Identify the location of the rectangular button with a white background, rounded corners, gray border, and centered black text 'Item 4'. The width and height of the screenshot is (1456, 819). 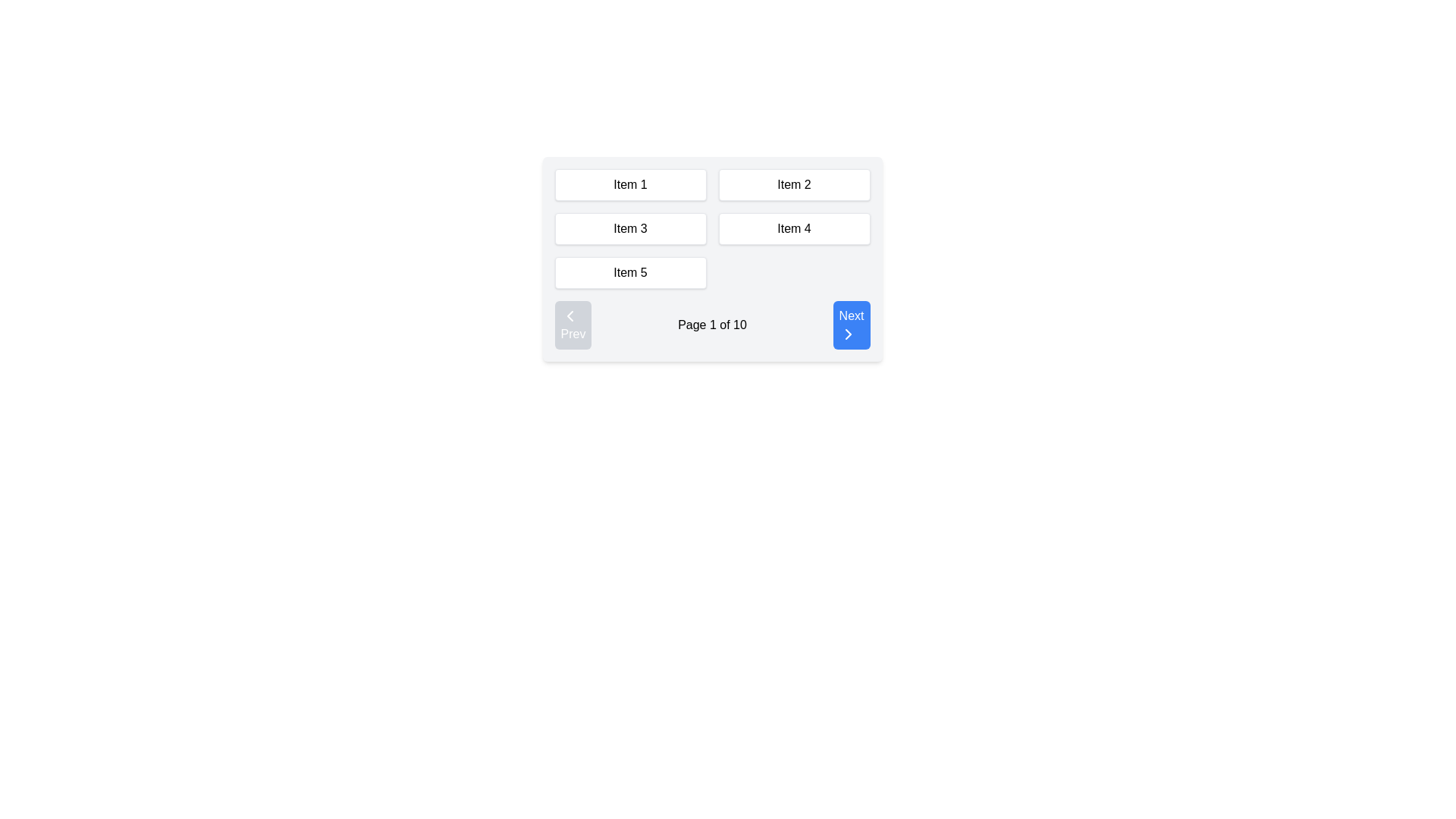
(793, 228).